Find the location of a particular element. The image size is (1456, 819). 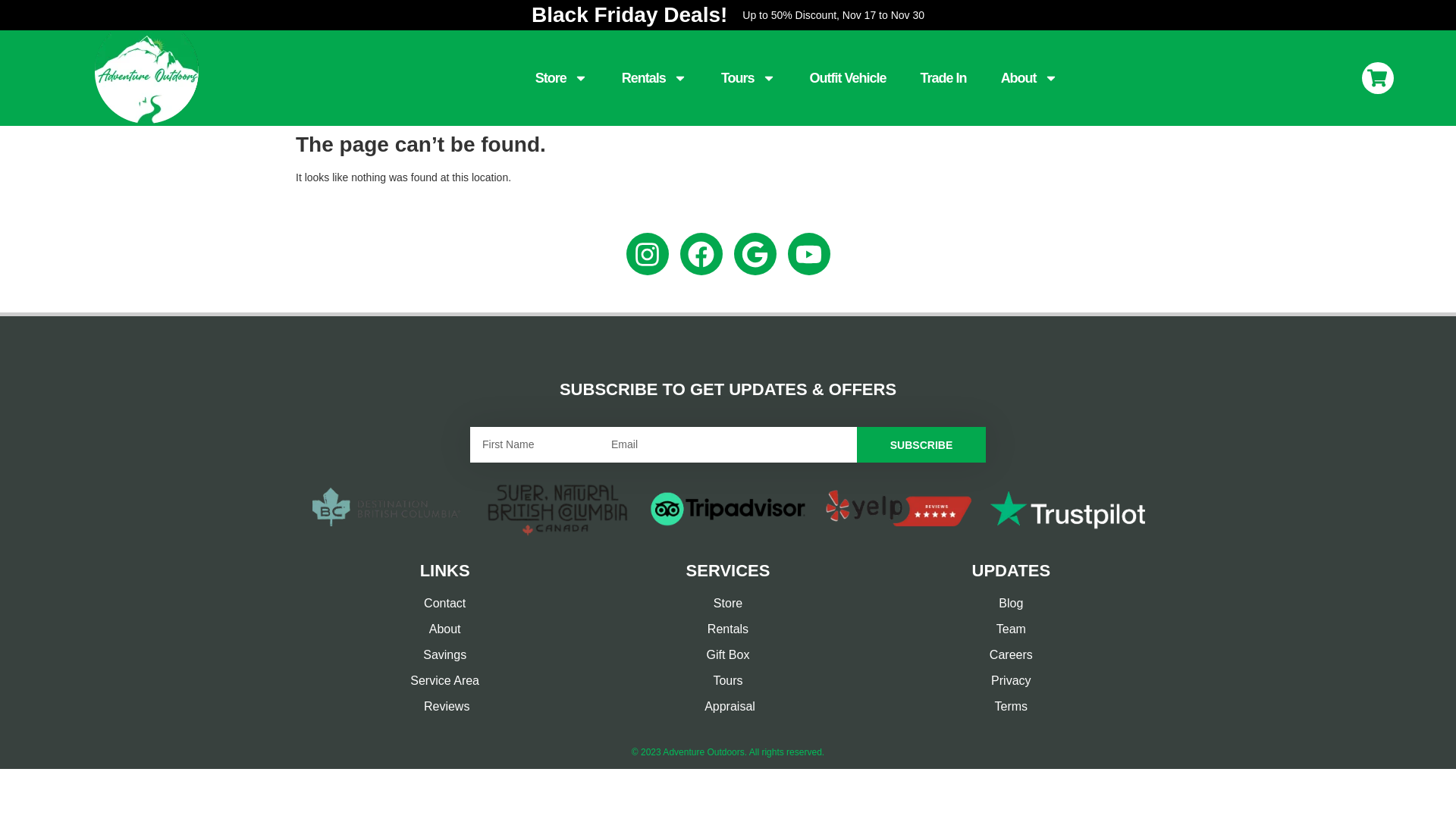

'Appraisal' is located at coordinates (726, 707).